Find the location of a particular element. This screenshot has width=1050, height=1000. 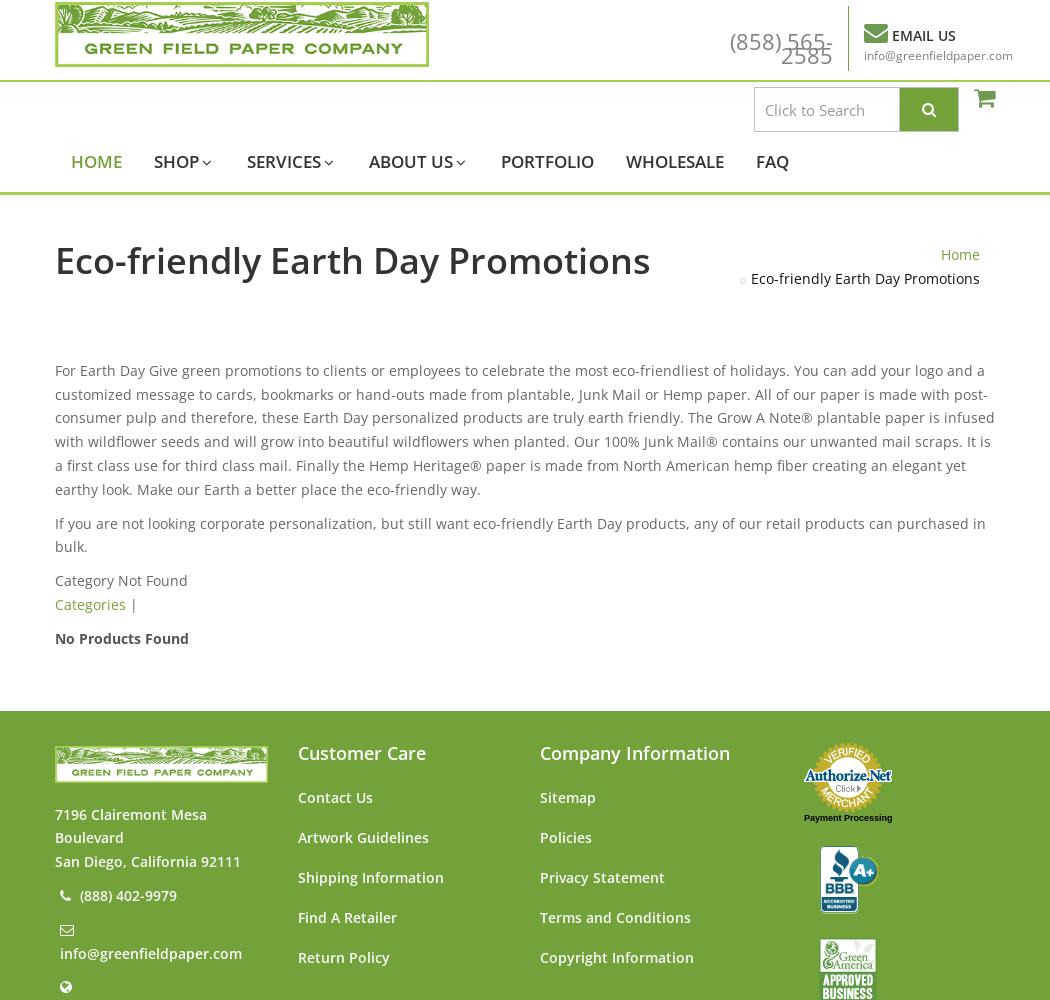

'Payment Processing' is located at coordinates (847, 816).